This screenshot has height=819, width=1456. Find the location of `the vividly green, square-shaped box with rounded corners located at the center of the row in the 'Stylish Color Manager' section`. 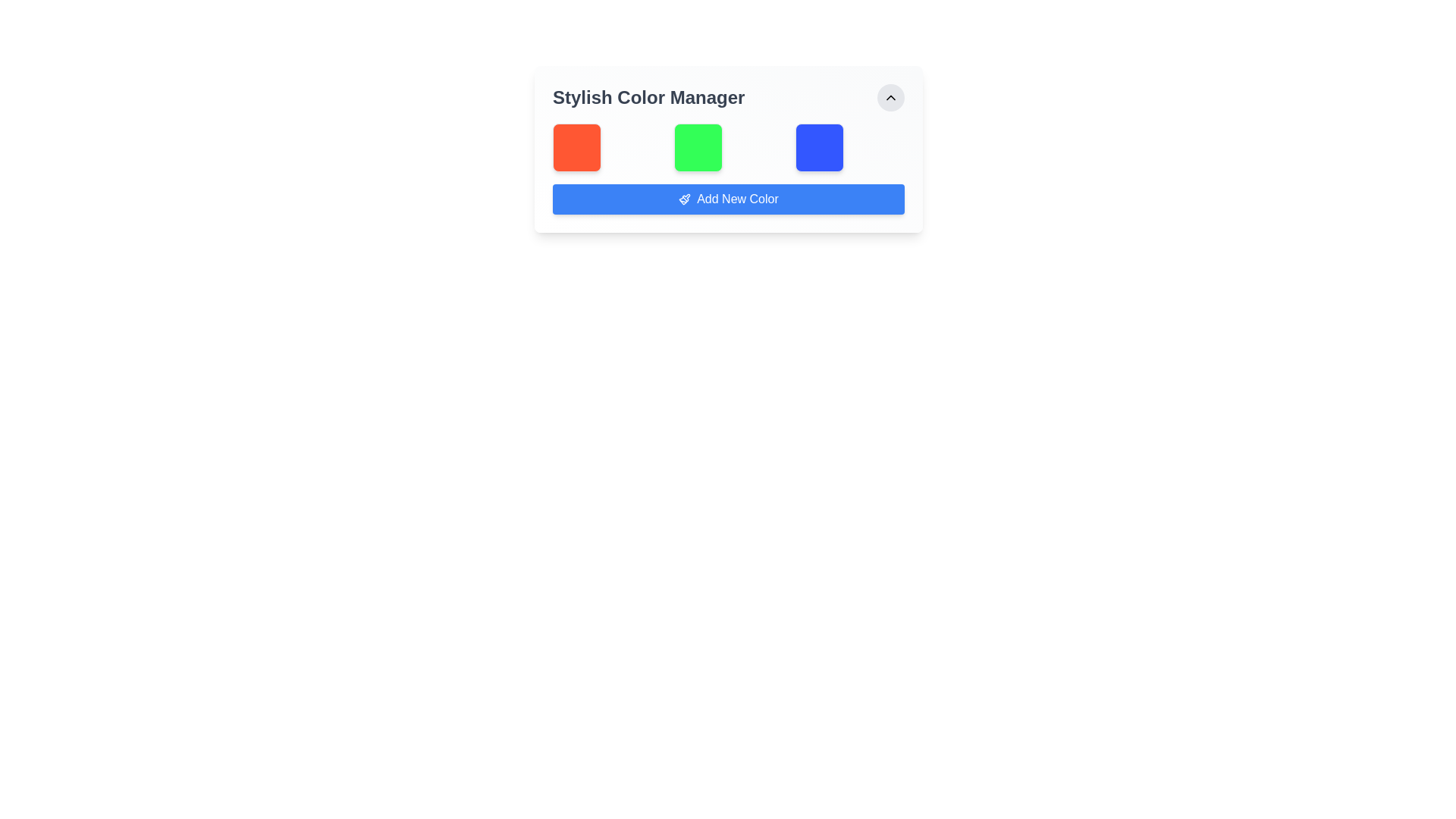

the vividly green, square-shaped box with rounded corners located at the center of the row in the 'Stylish Color Manager' section is located at coordinates (698, 148).